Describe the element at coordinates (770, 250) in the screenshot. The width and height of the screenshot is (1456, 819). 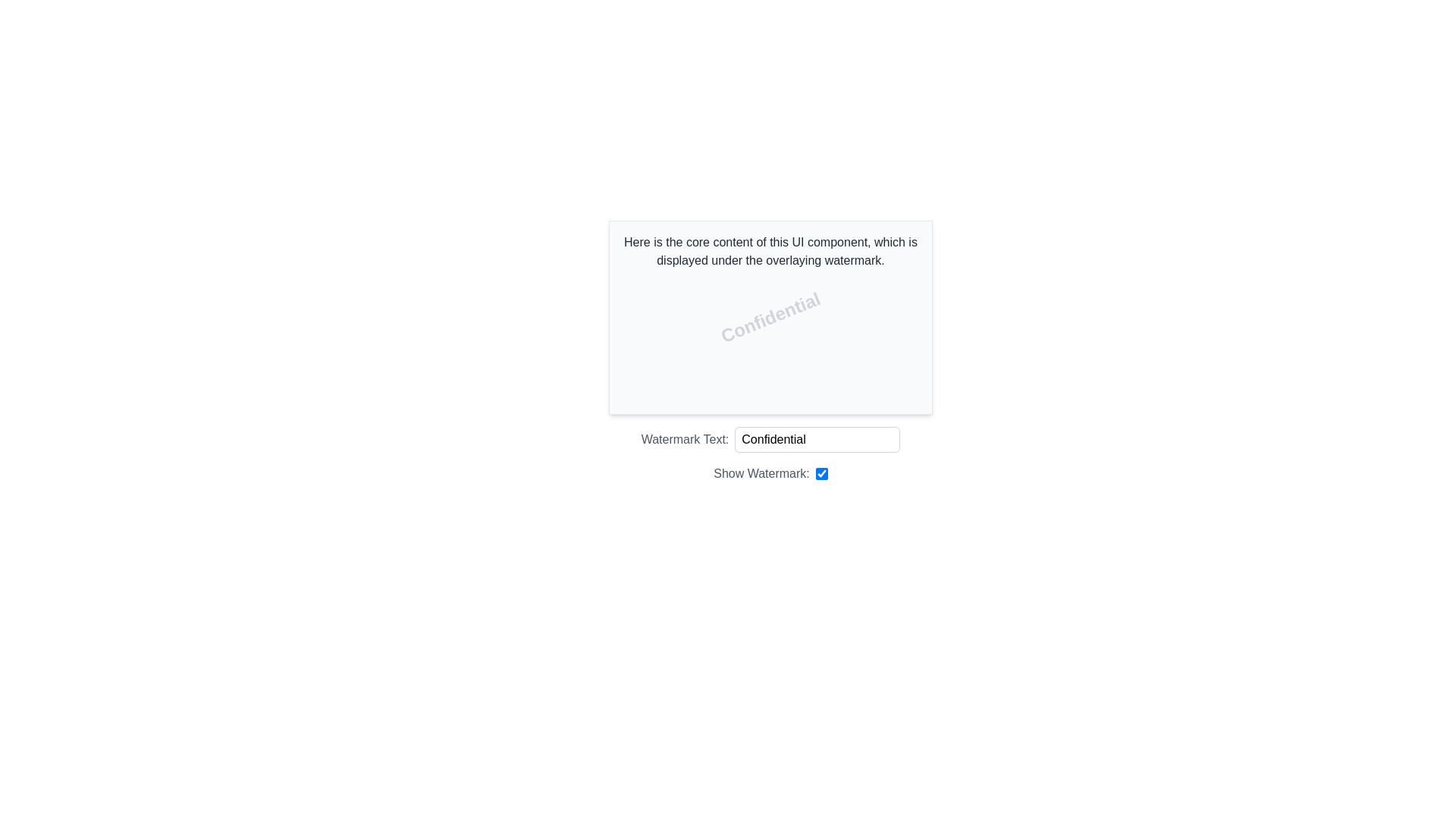
I see `the text block element that displays 'Here is the core content of this UI component, which is displayed under the overlaying watermark.'` at that location.